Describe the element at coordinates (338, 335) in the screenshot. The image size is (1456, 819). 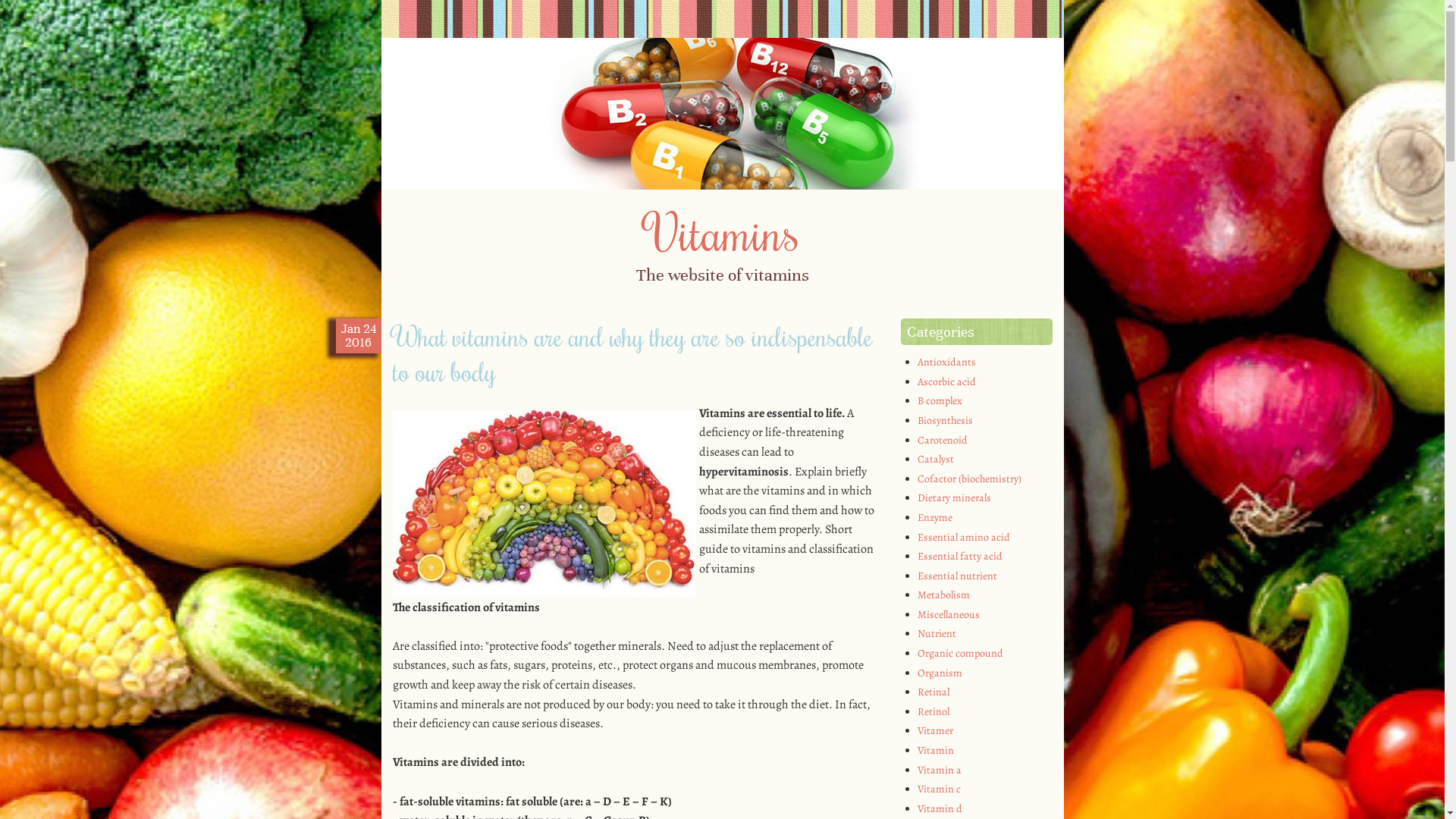
I see `'Jan 24 2016'` at that location.